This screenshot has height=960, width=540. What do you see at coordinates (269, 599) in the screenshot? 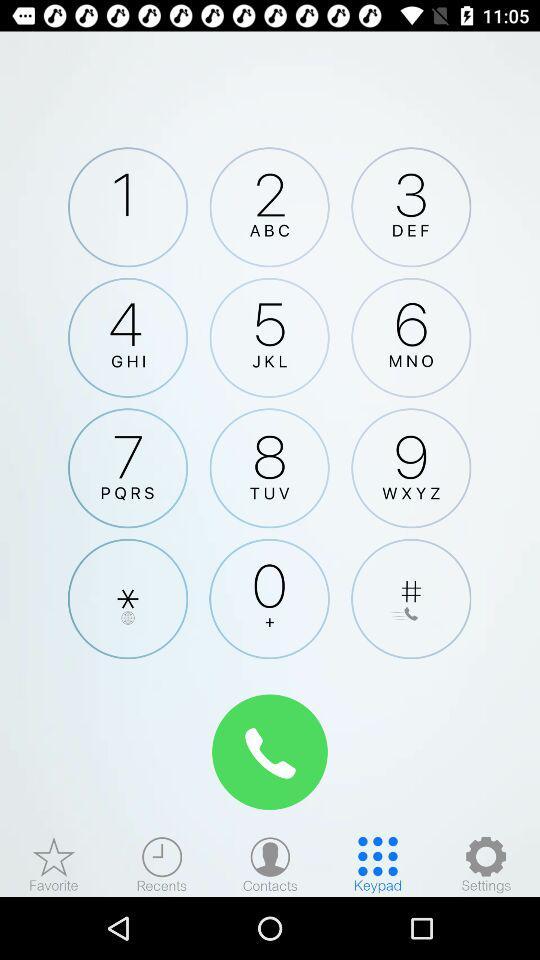
I see `0 button or sign` at bounding box center [269, 599].